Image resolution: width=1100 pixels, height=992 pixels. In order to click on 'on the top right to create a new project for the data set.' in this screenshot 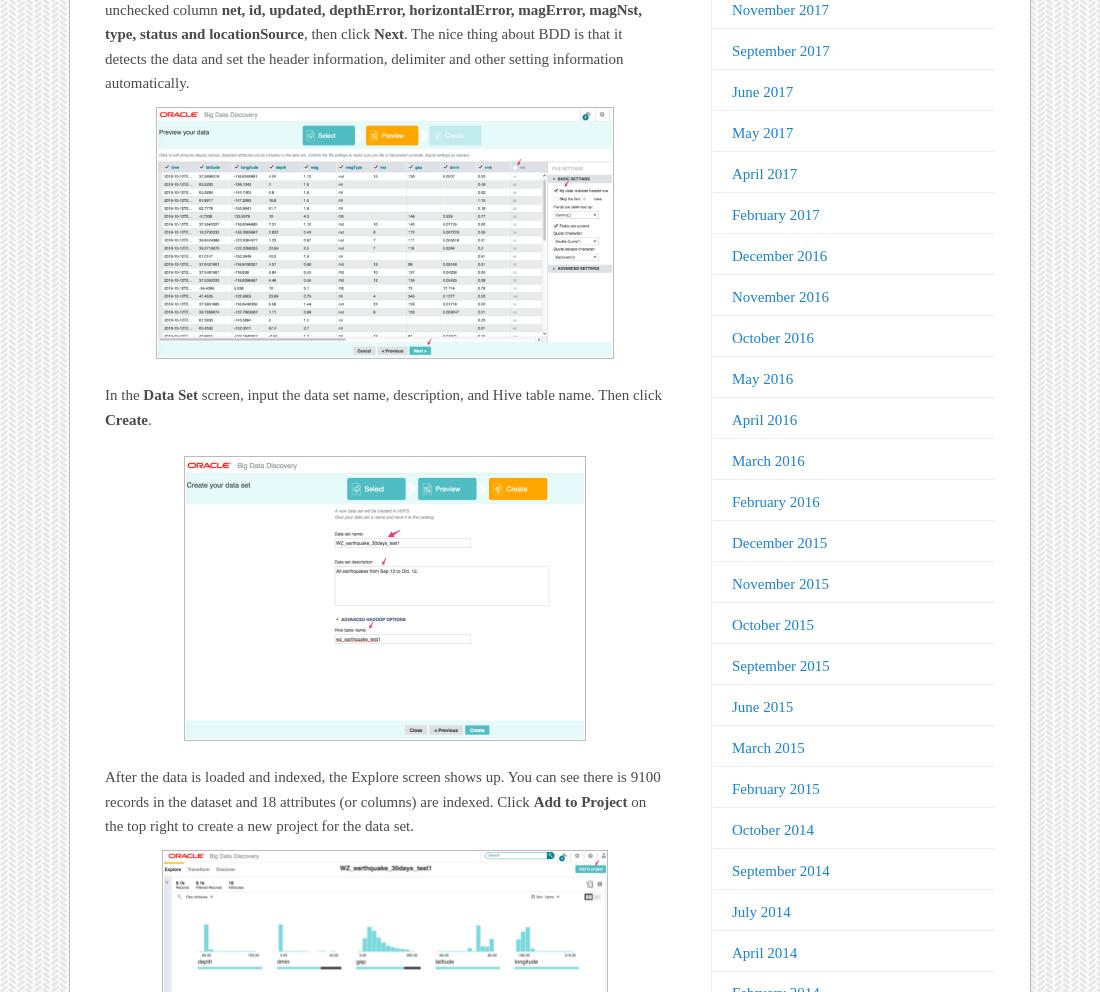, I will do `click(375, 813)`.